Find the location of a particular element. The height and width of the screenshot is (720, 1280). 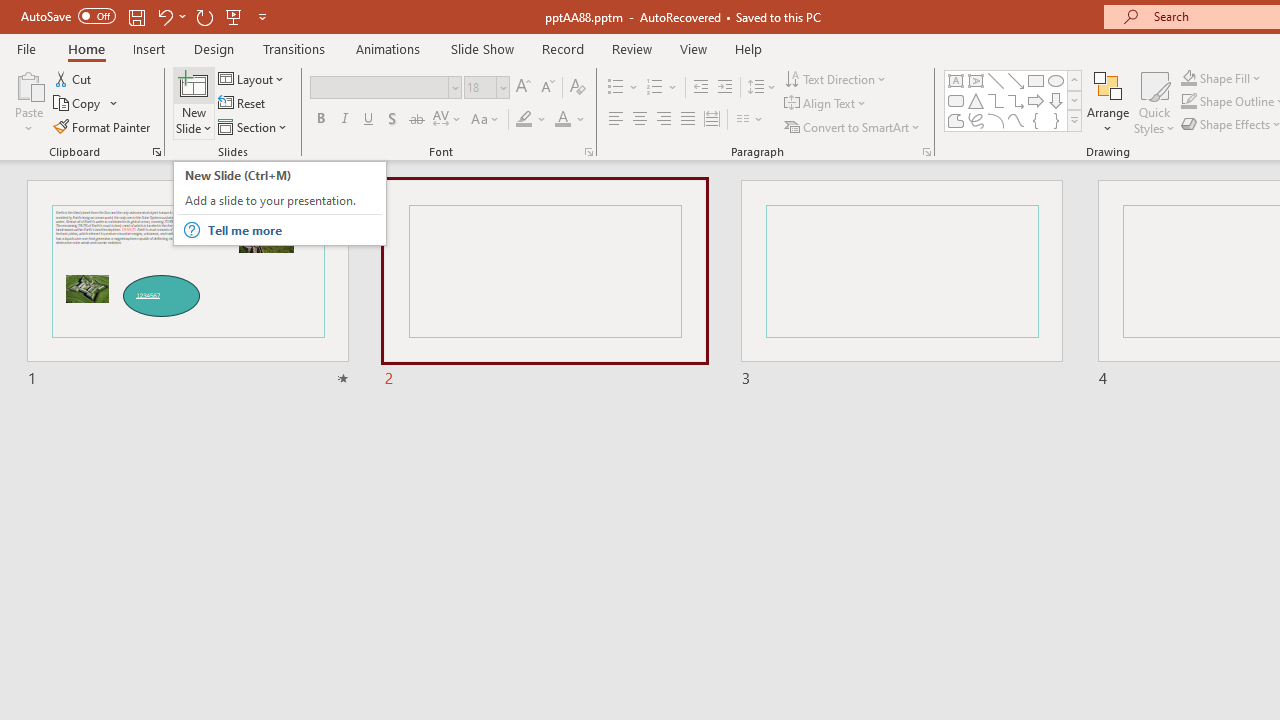

'Strikethrough' is located at coordinates (415, 119).